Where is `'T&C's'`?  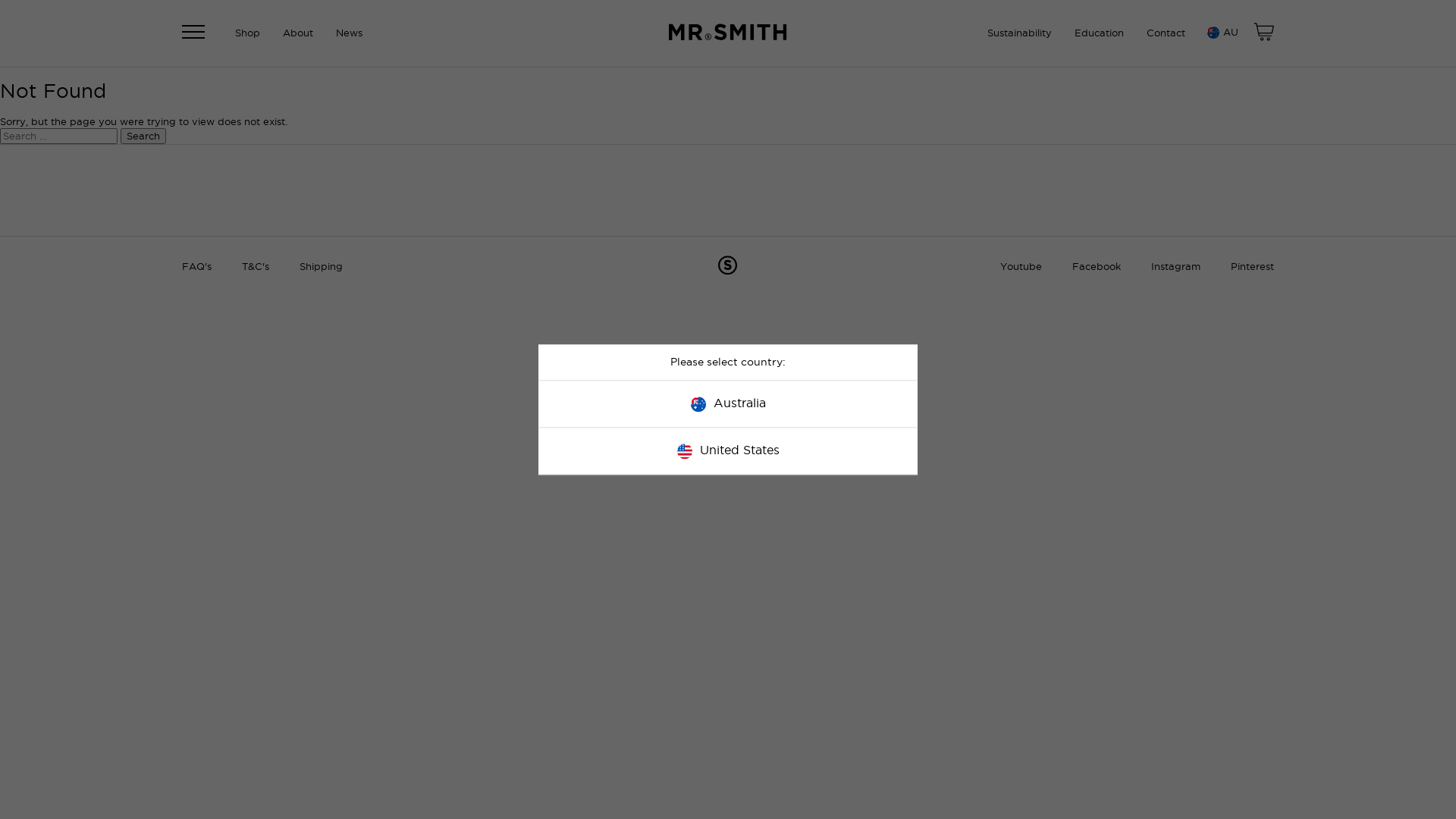 'T&C's' is located at coordinates (255, 265).